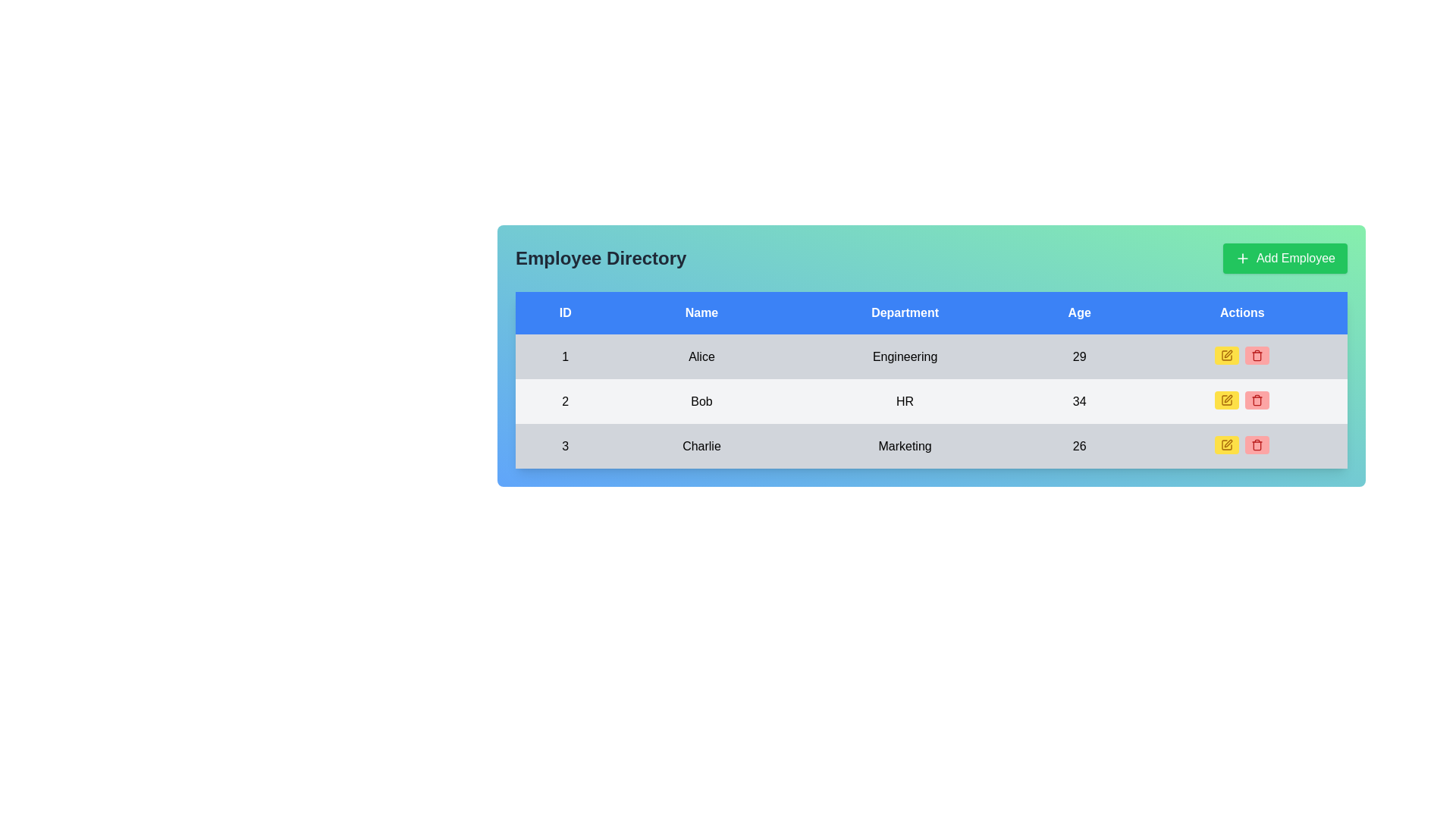 The width and height of the screenshot is (1456, 819). Describe the element at coordinates (930, 400) in the screenshot. I see `the second row of the Employee Directory table which contains one employee's information, located between the rows for 'Alice' and 'Charlie'` at that location.